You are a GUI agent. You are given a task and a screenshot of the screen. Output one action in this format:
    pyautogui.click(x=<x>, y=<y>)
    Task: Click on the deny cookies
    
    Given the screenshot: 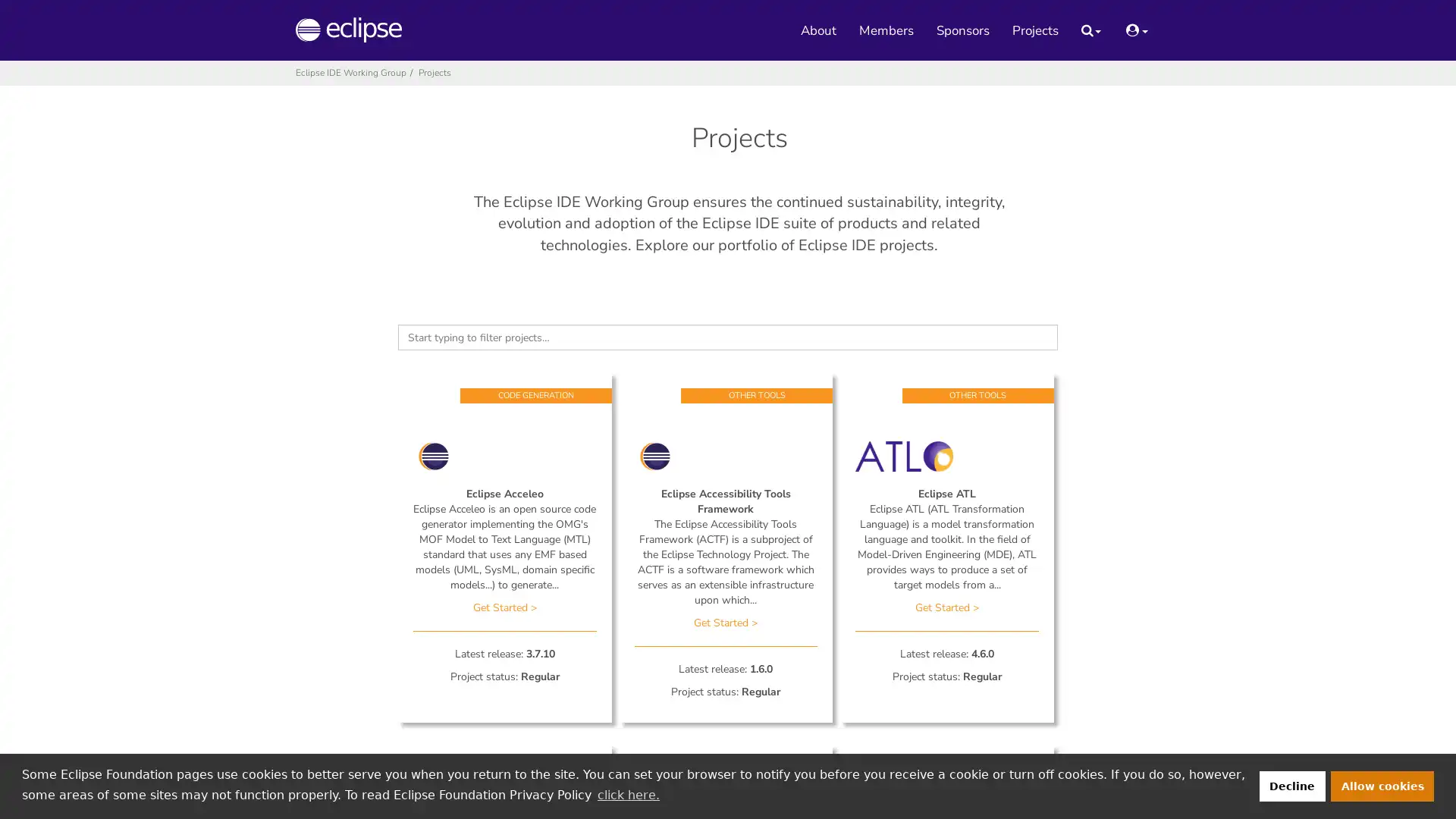 What is the action you would take?
    pyautogui.click(x=1291, y=785)
    